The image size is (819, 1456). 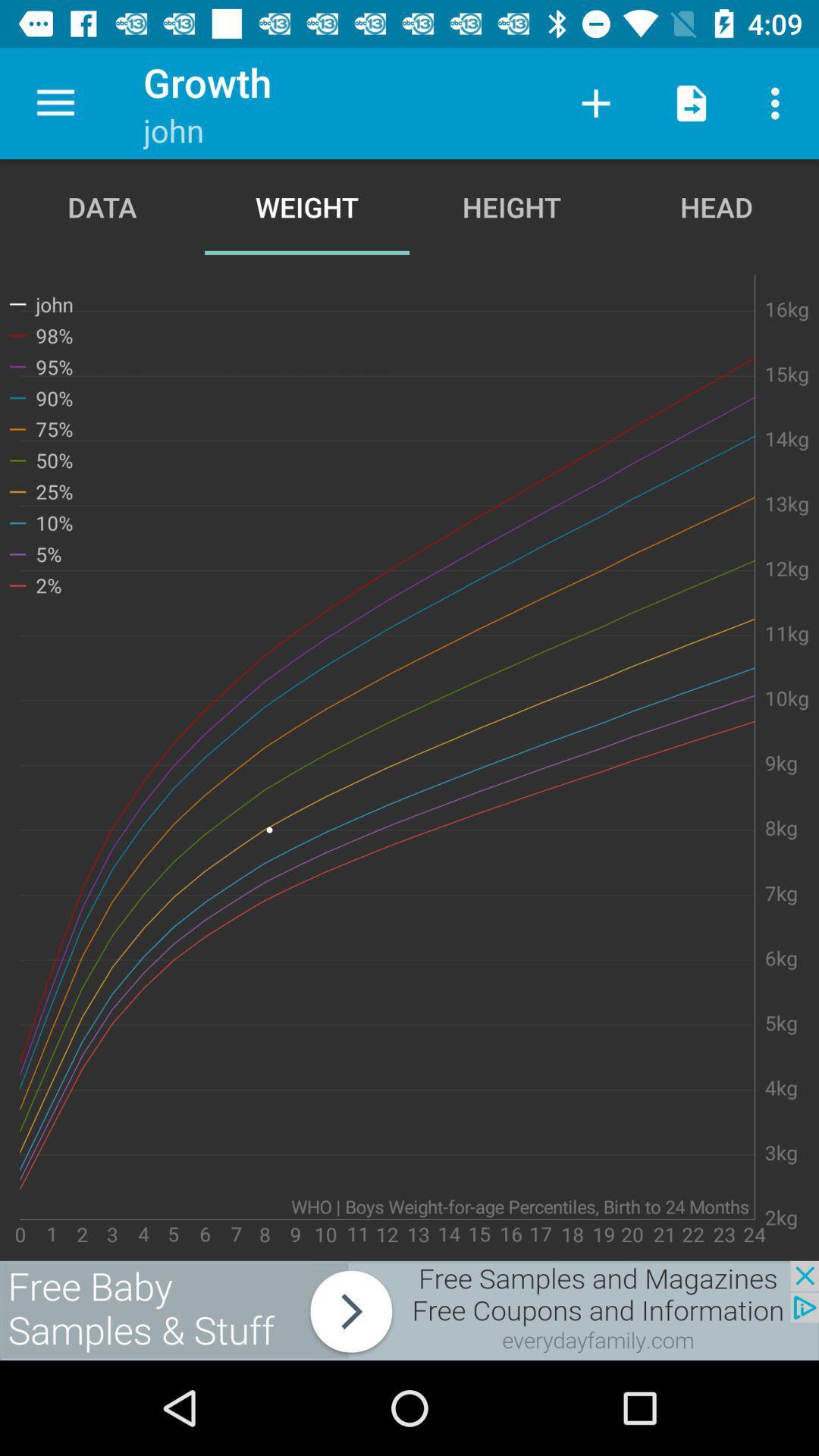 What do you see at coordinates (409, 1310) in the screenshot?
I see `advertisement` at bounding box center [409, 1310].